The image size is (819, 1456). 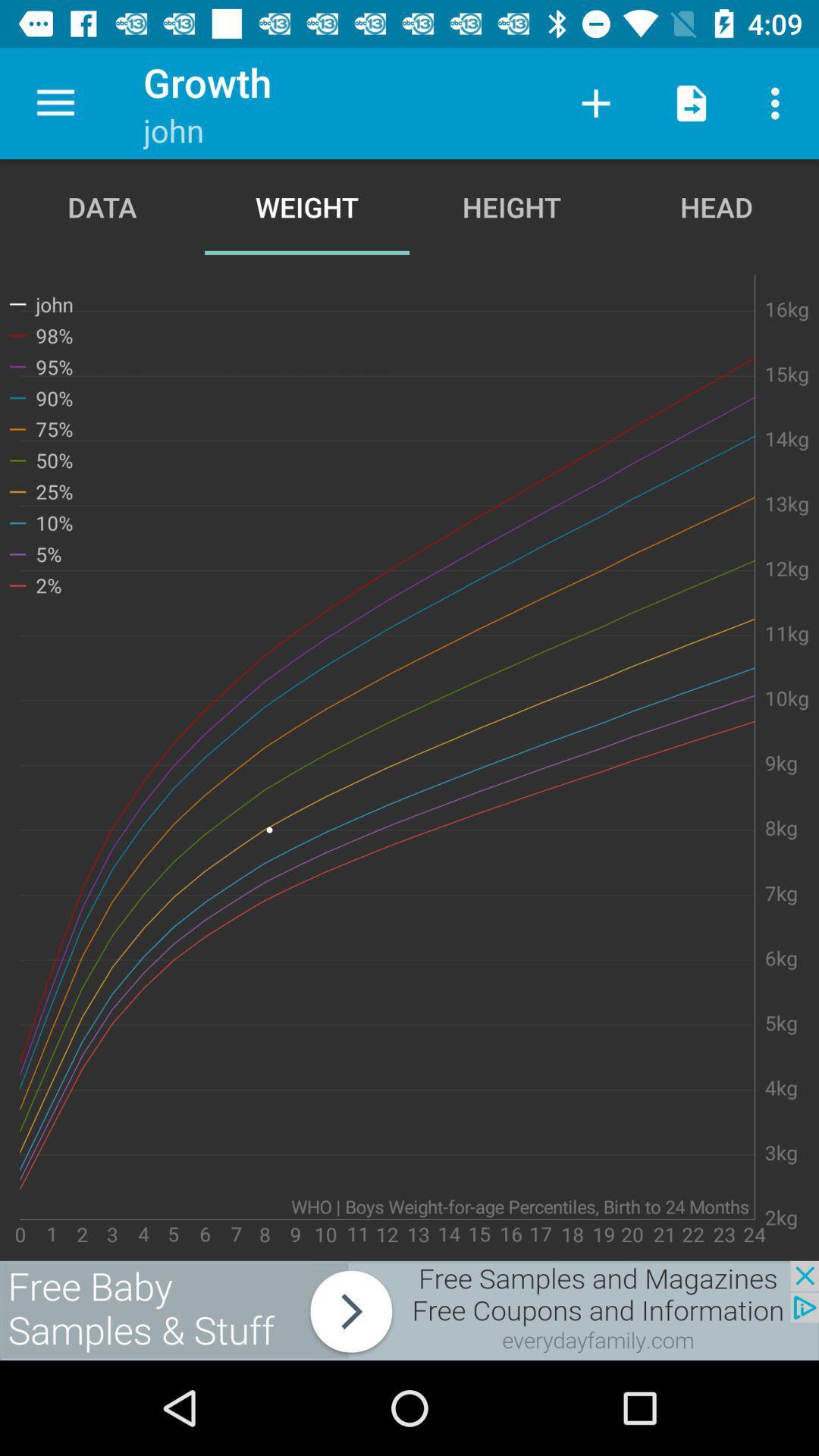 What do you see at coordinates (409, 1310) in the screenshot?
I see `advertisement` at bounding box center [409, 1310].